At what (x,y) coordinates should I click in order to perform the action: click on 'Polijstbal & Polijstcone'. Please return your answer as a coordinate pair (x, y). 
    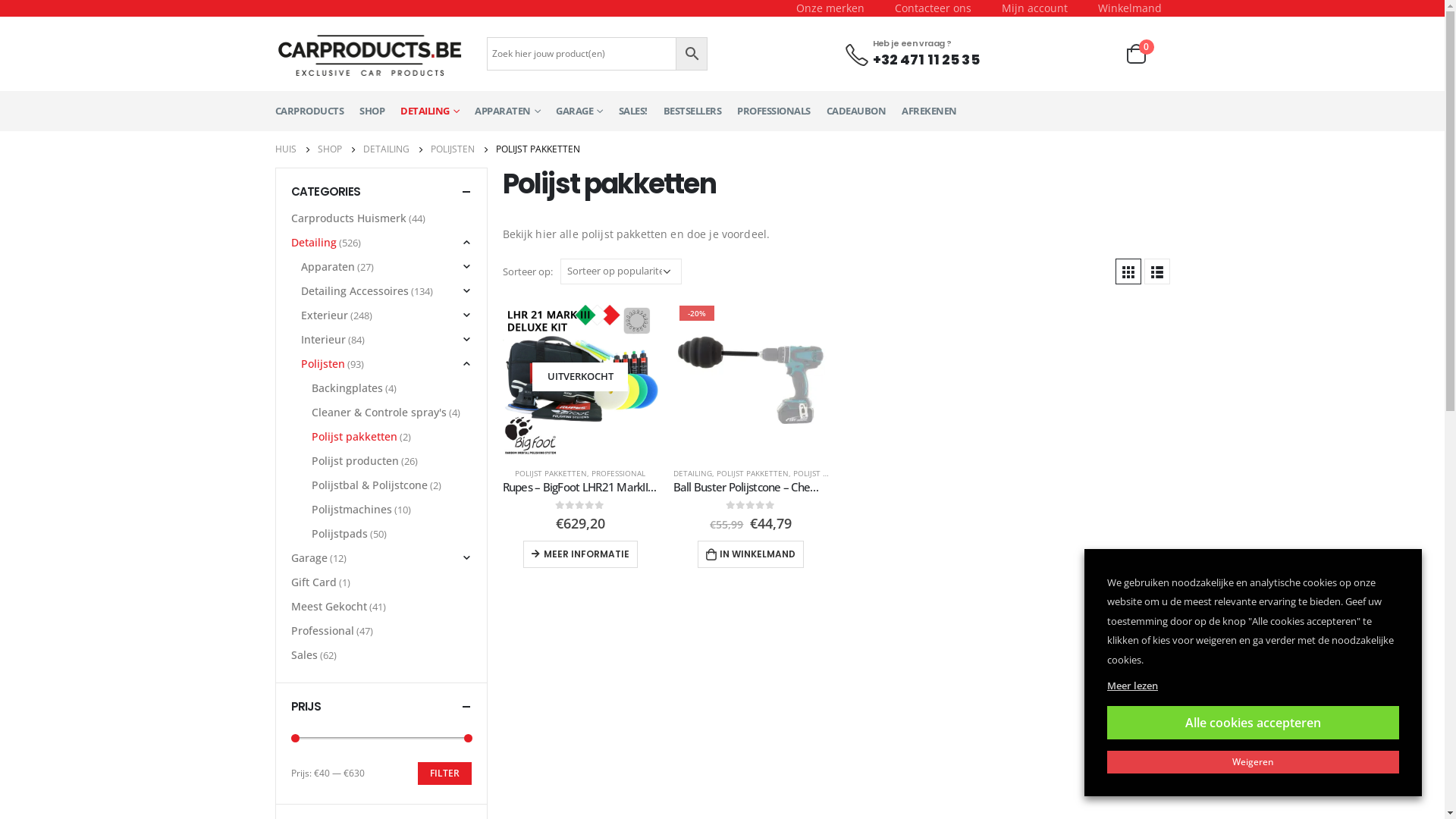
    Looking at the image, I should click on (369, 485).